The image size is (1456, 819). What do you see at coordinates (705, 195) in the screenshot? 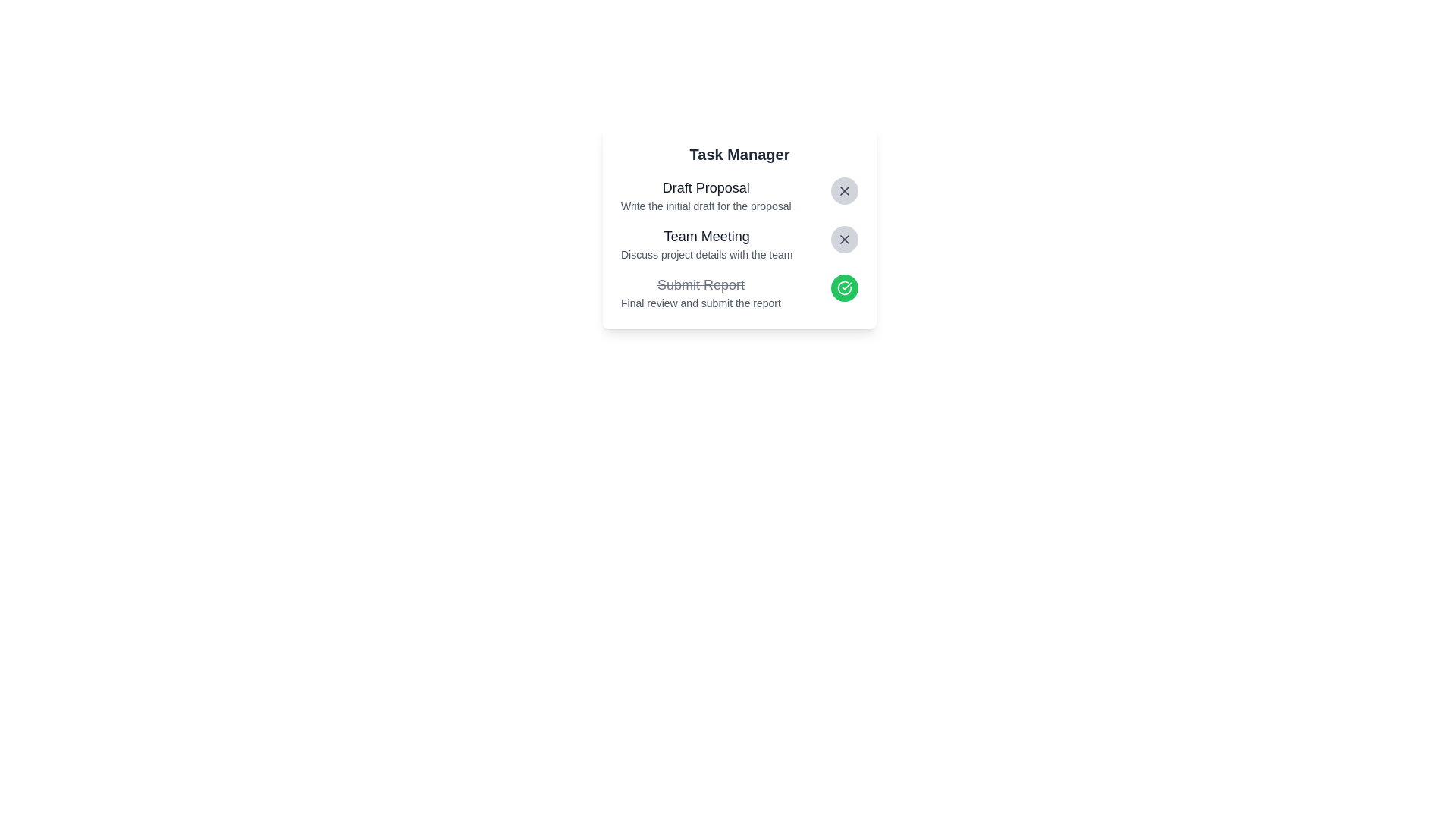
I see `the text display element titled 'Draft Proposal' which contains the description 'Write the initial draft for the proposal.'` at bounding box center [705, 195].